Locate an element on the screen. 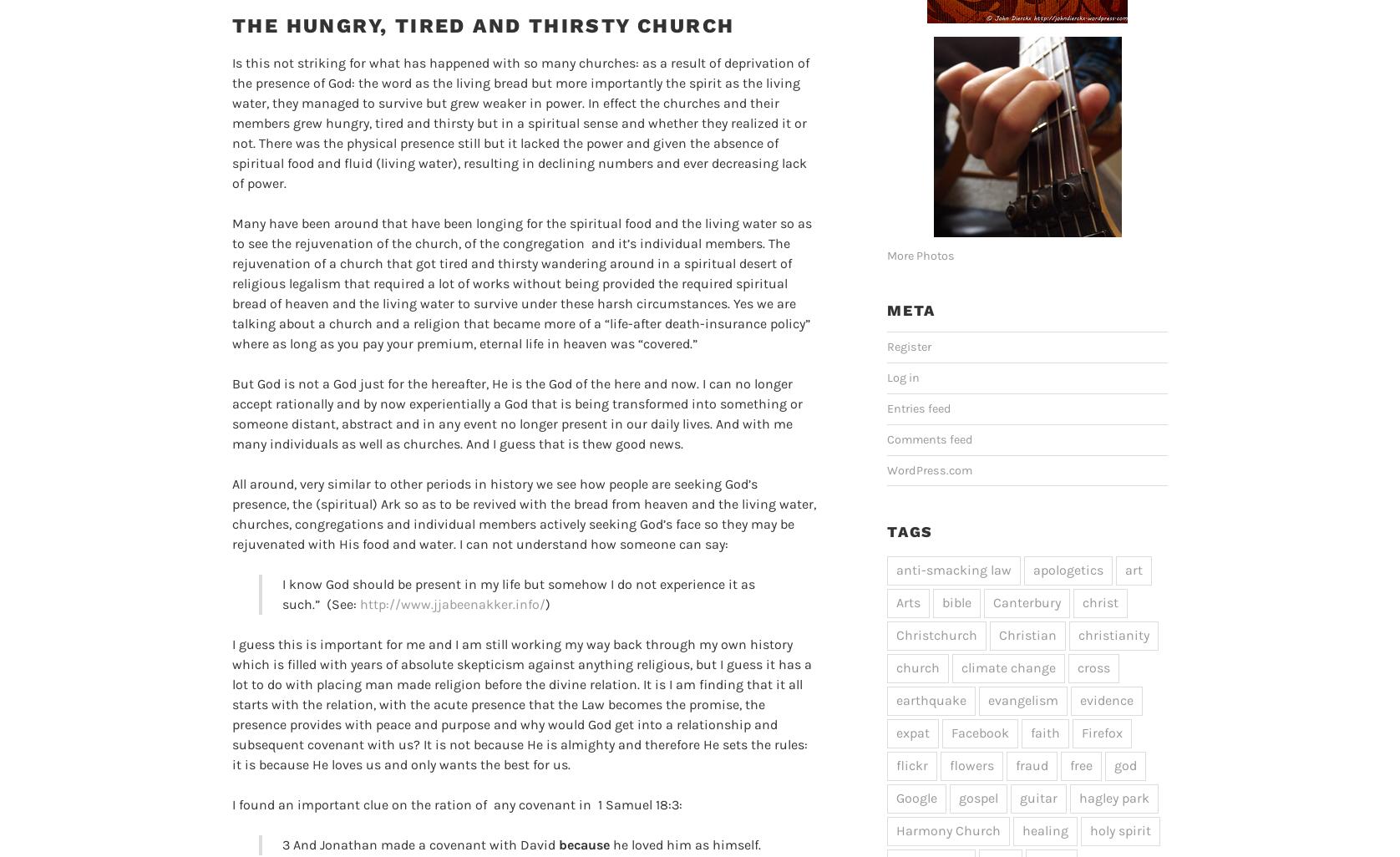  'because' is located at coordinates (583, 843).